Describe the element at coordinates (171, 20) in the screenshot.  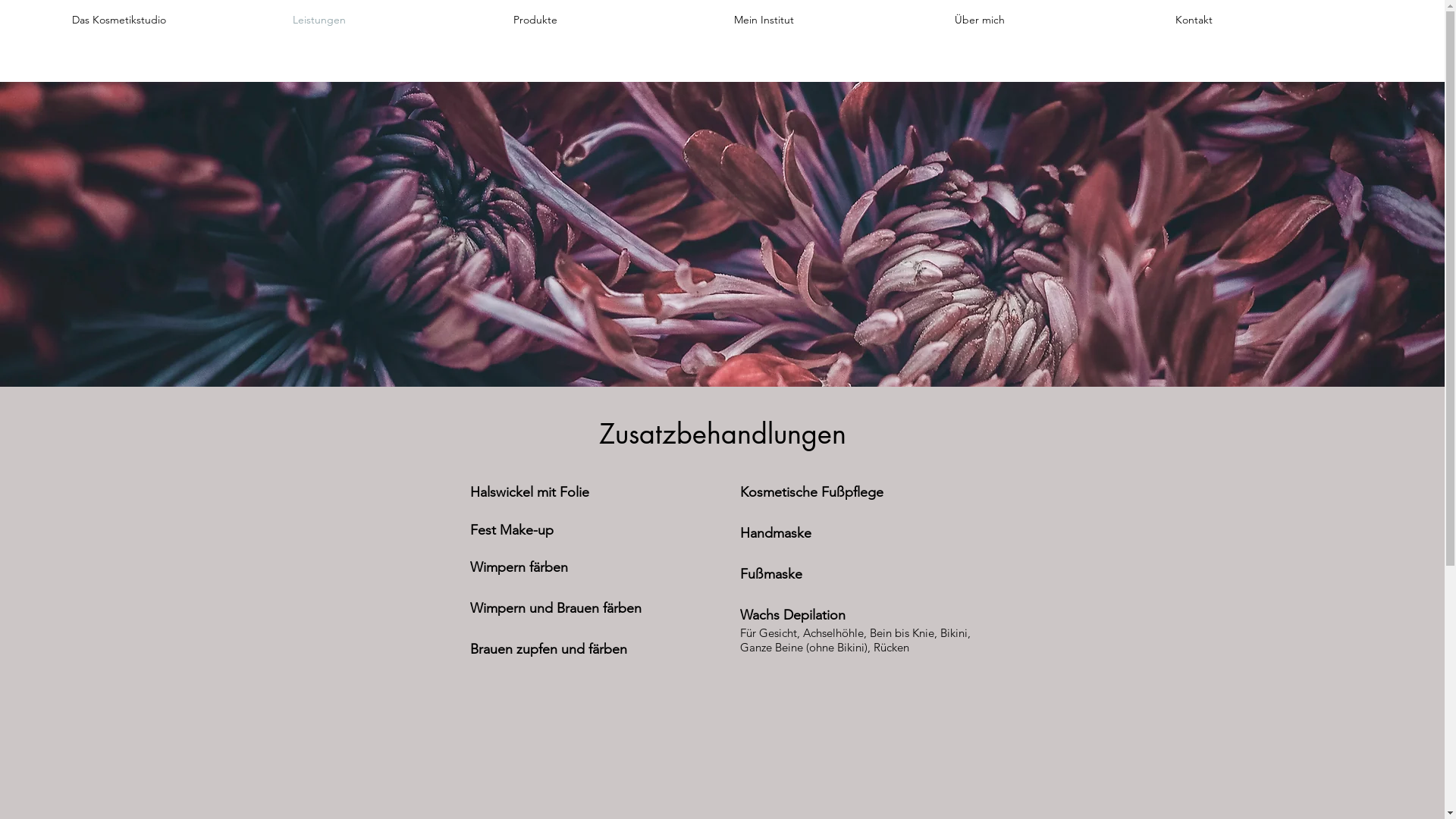
I see `'Das Kosmetikstudio'` at that location.